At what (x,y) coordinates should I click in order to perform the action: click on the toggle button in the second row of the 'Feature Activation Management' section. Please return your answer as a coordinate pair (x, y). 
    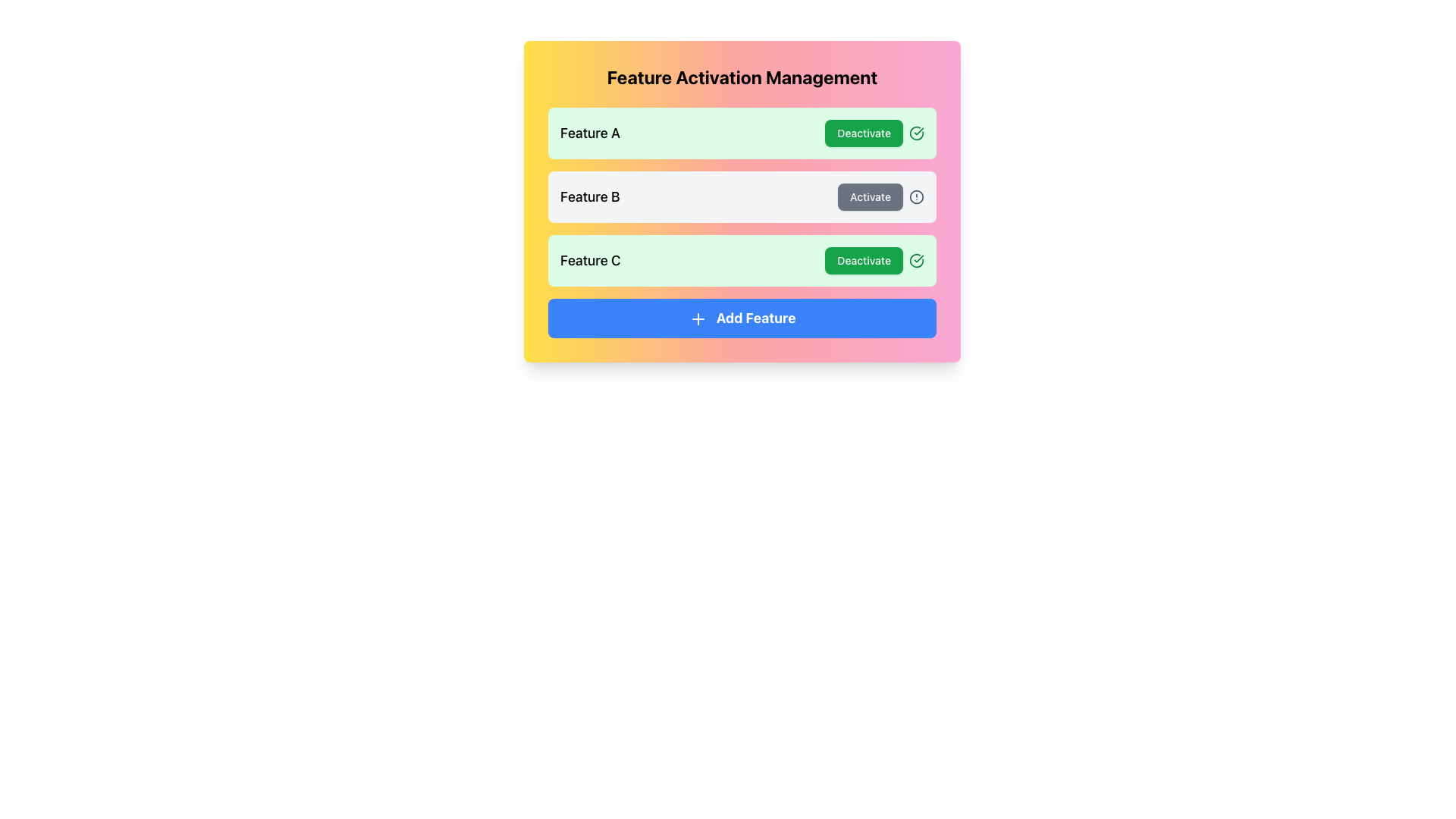
    Looking at the image, I should click on (742, 196).